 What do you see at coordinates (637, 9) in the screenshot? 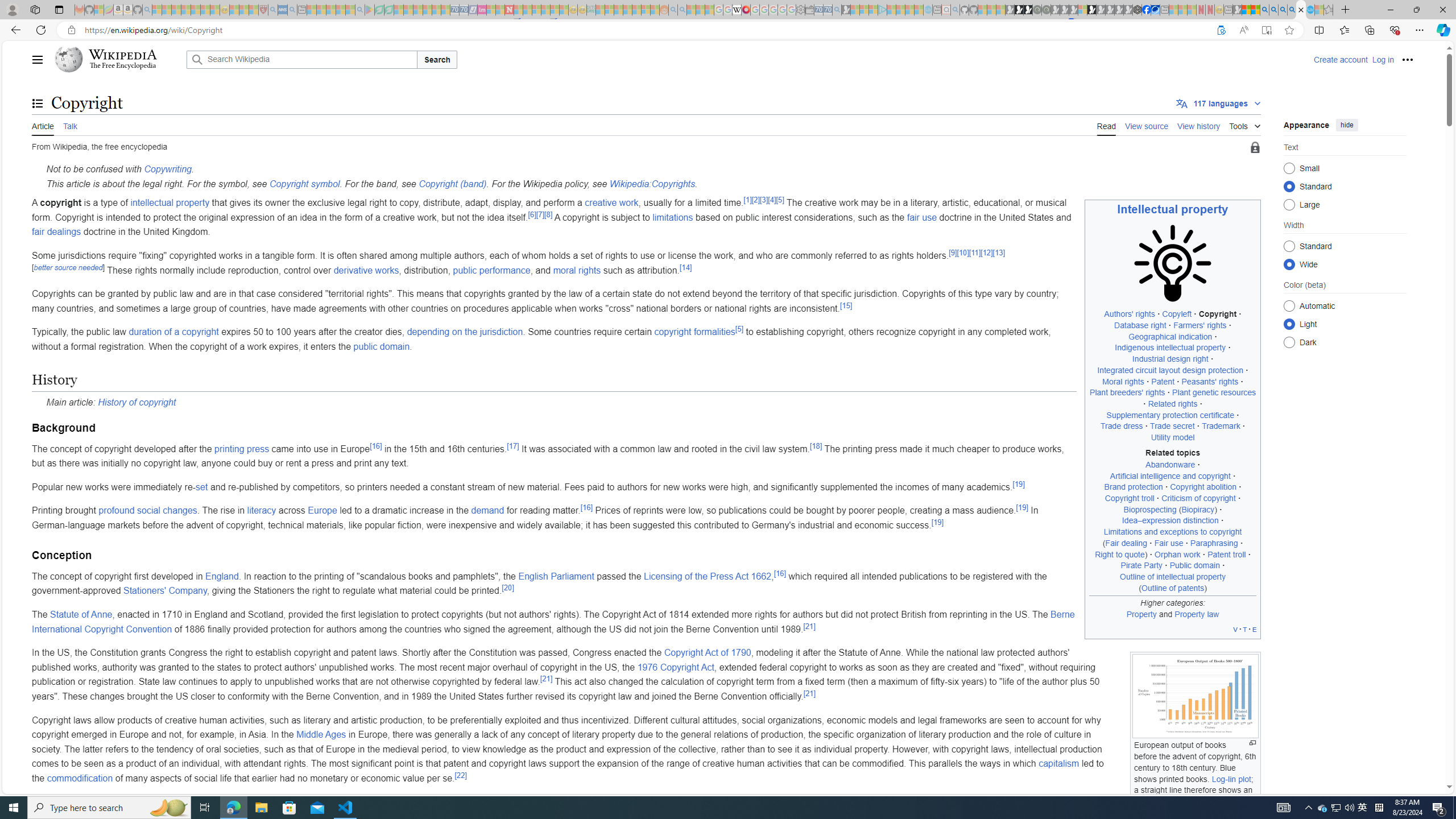
I see `'Kinda Frugal - MSN - Sleeping'` at bounding box center [637, 9].